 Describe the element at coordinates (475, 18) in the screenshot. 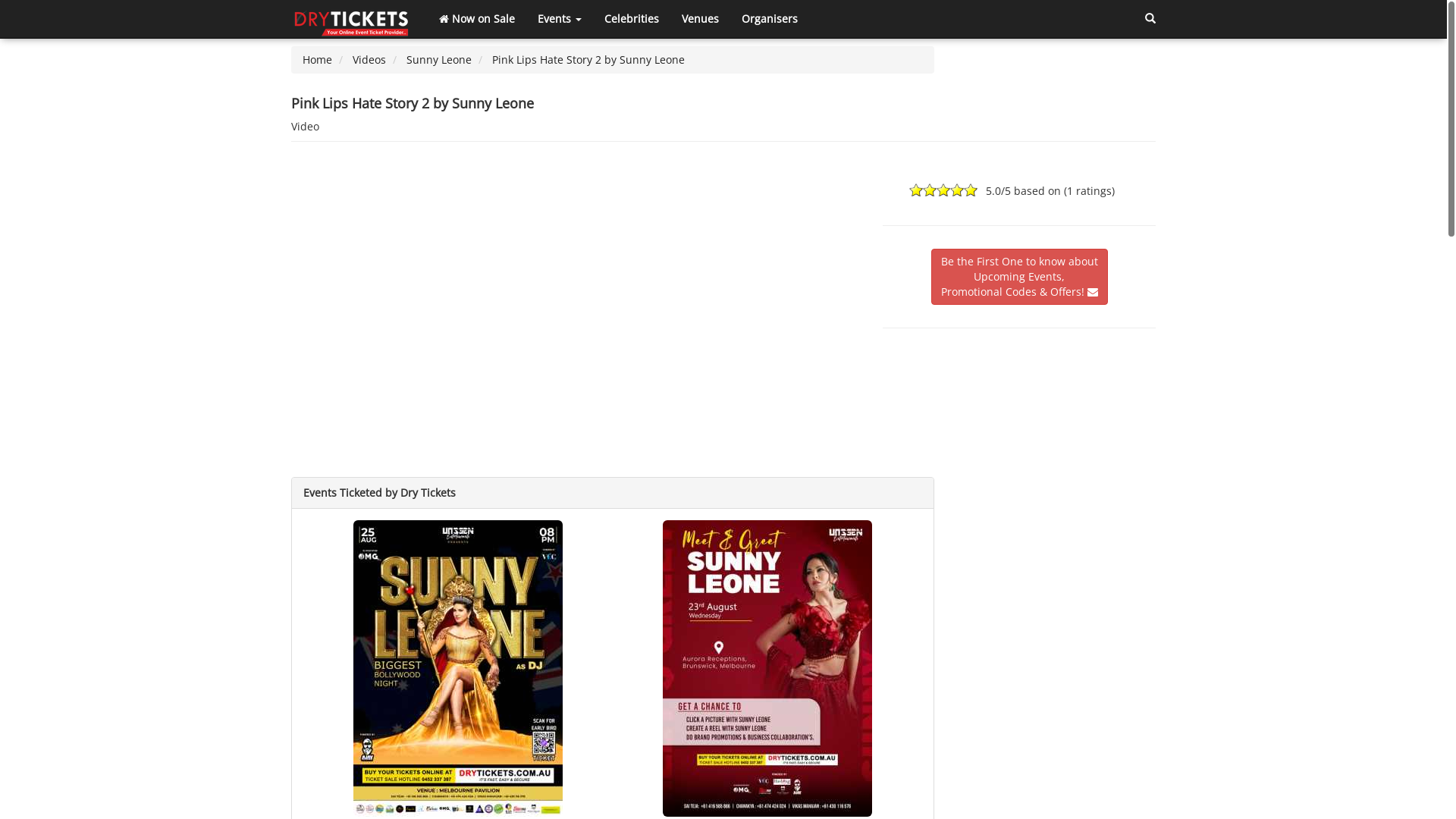

I see `'Now on Sale'` at that location.